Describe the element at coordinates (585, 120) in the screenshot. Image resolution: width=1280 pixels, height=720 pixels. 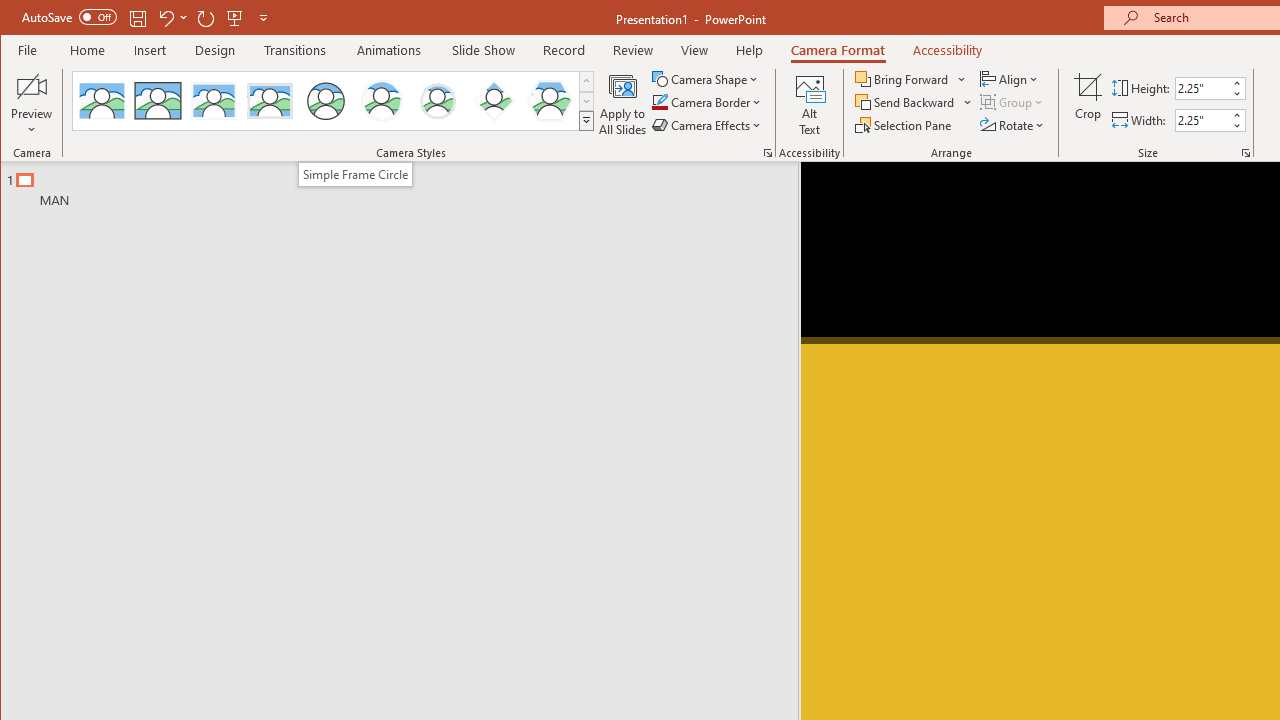
I see `'Camera Styles'` at that location.